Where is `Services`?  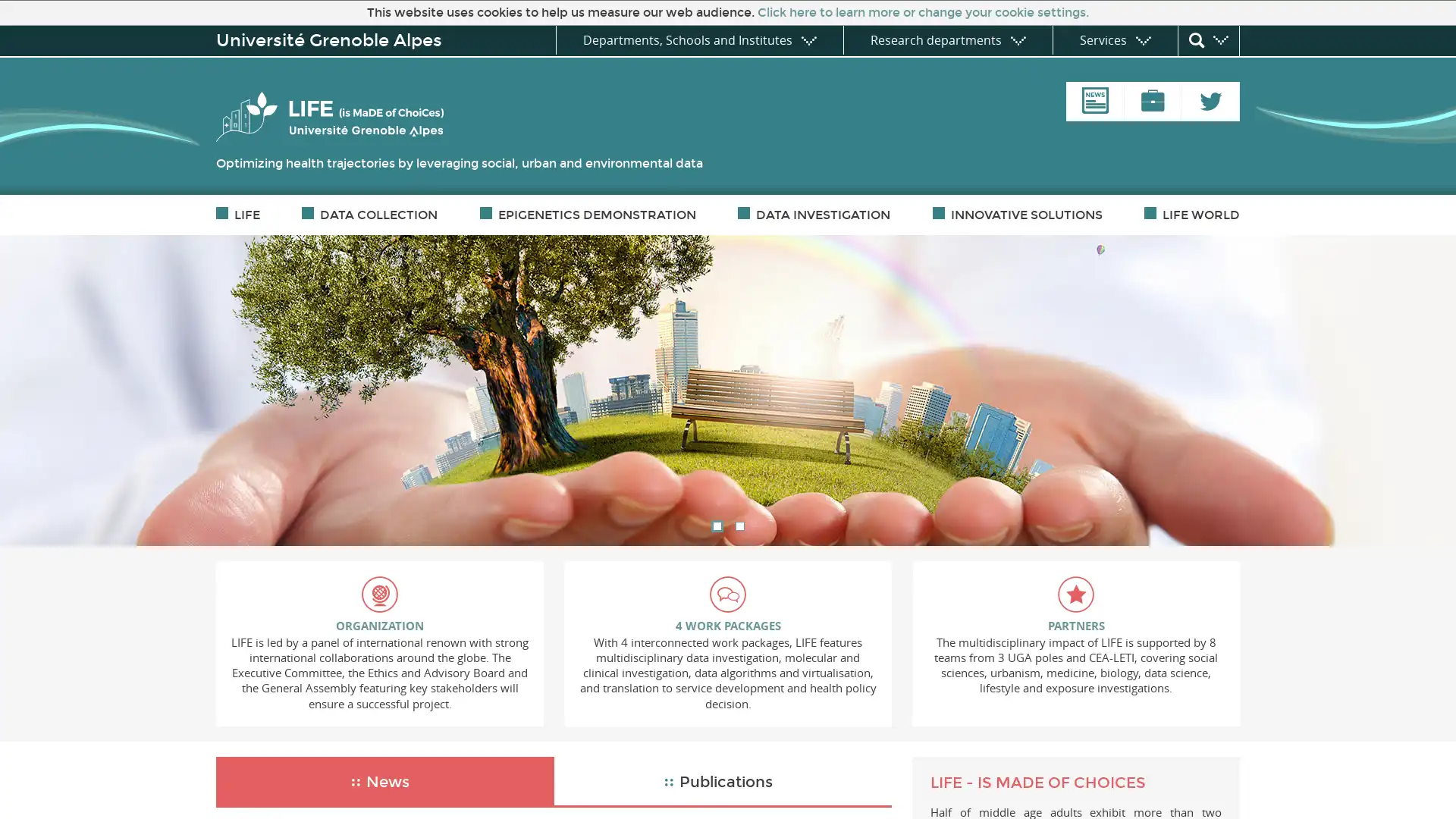 Services is located at coordinates (1115, 39).